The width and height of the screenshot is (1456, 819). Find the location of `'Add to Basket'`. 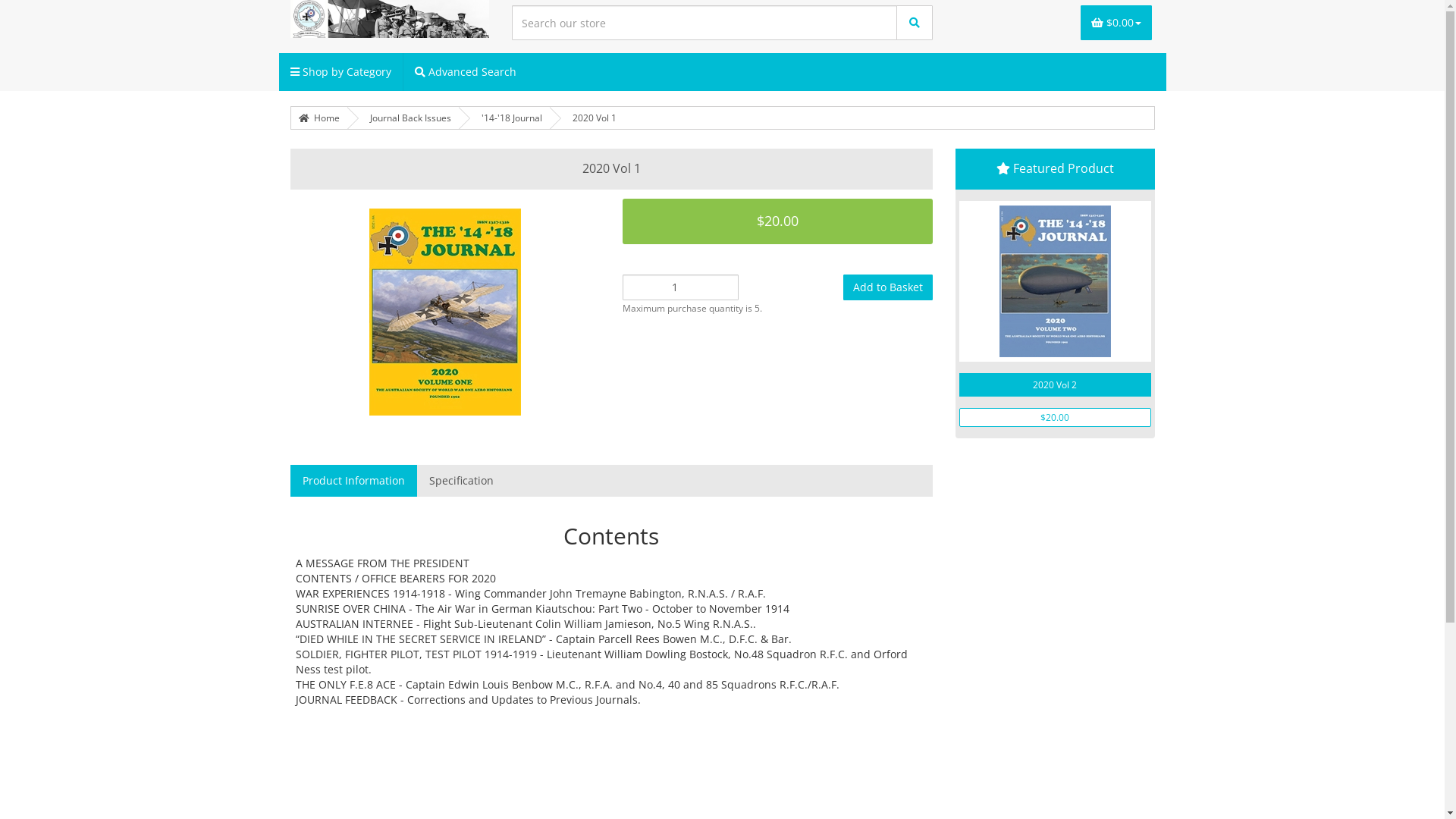

'Add to Basket' is located at coordinates (888, 287).